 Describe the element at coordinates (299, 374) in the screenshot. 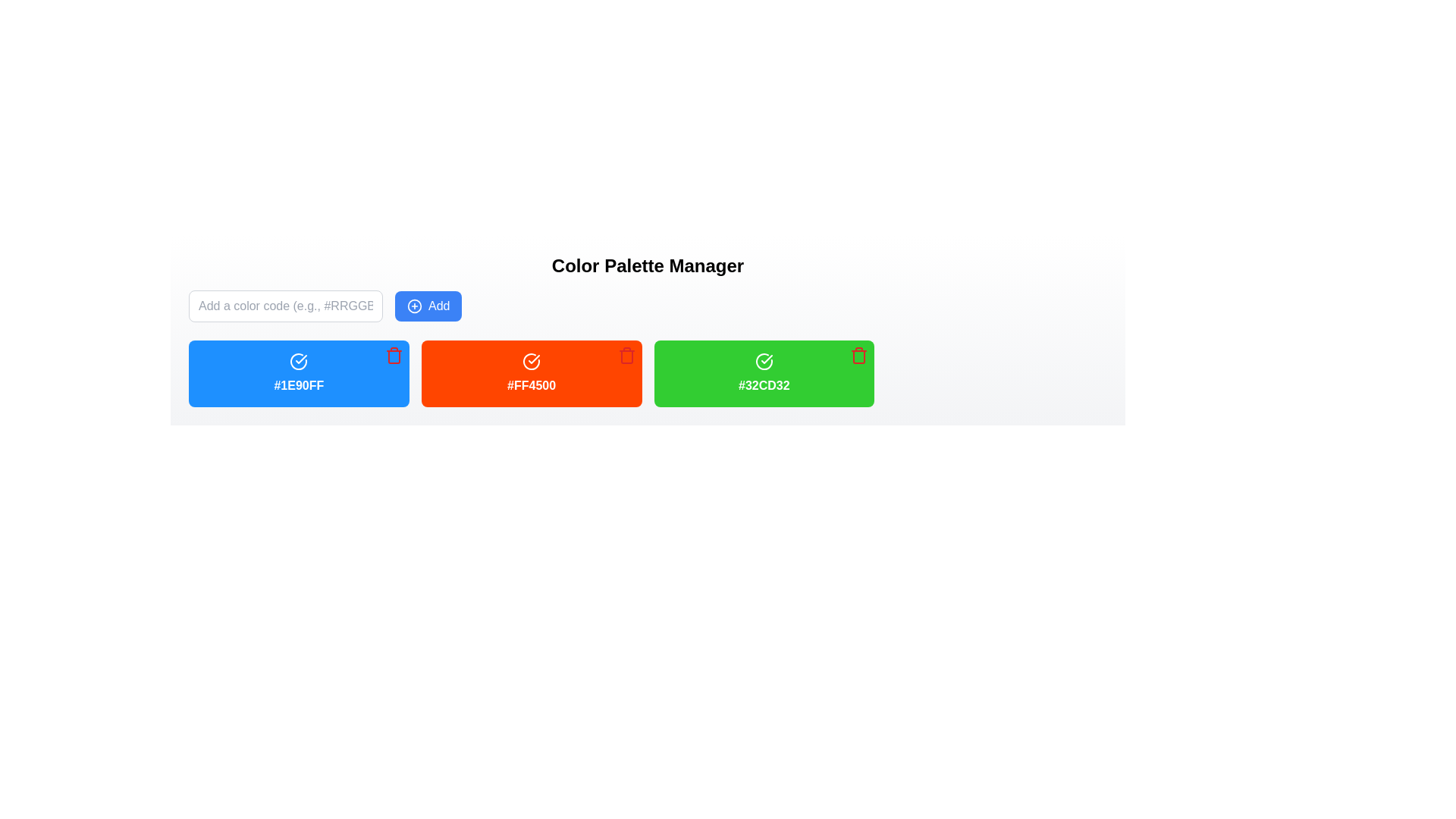

I see `the rectangular button with a vibrant blue background, white check icon, and bold white text '#1E90FF'` at that location.